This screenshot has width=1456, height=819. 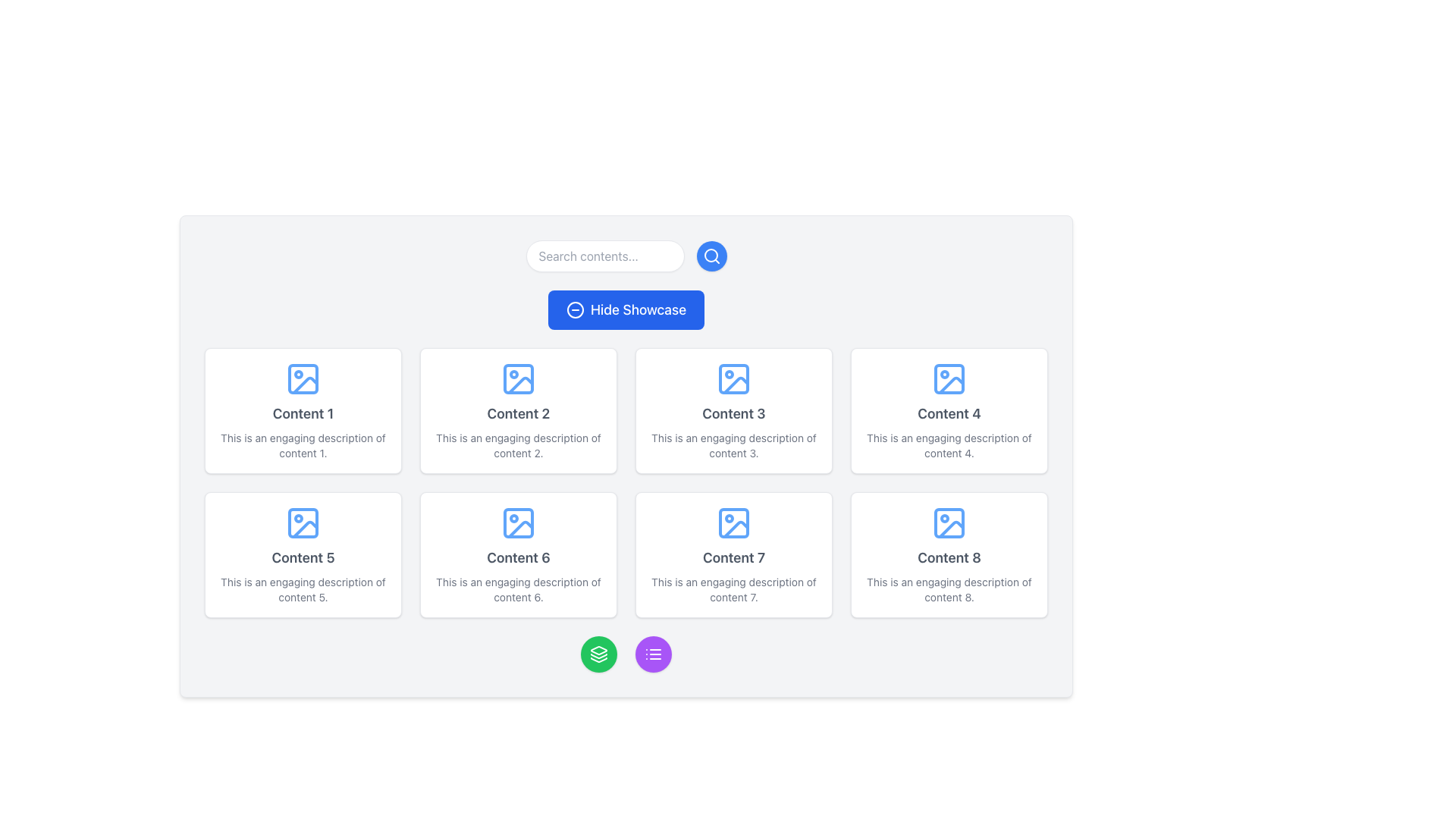 What do you see at coordinates (734, 558) in the screenshot?
I see `the text label displaying 'Content 7' which is styled with a bold and slightly larger font in dark gray, located within a card structure in the second row, third column of the grid layout` at bounding box center [734, 558].